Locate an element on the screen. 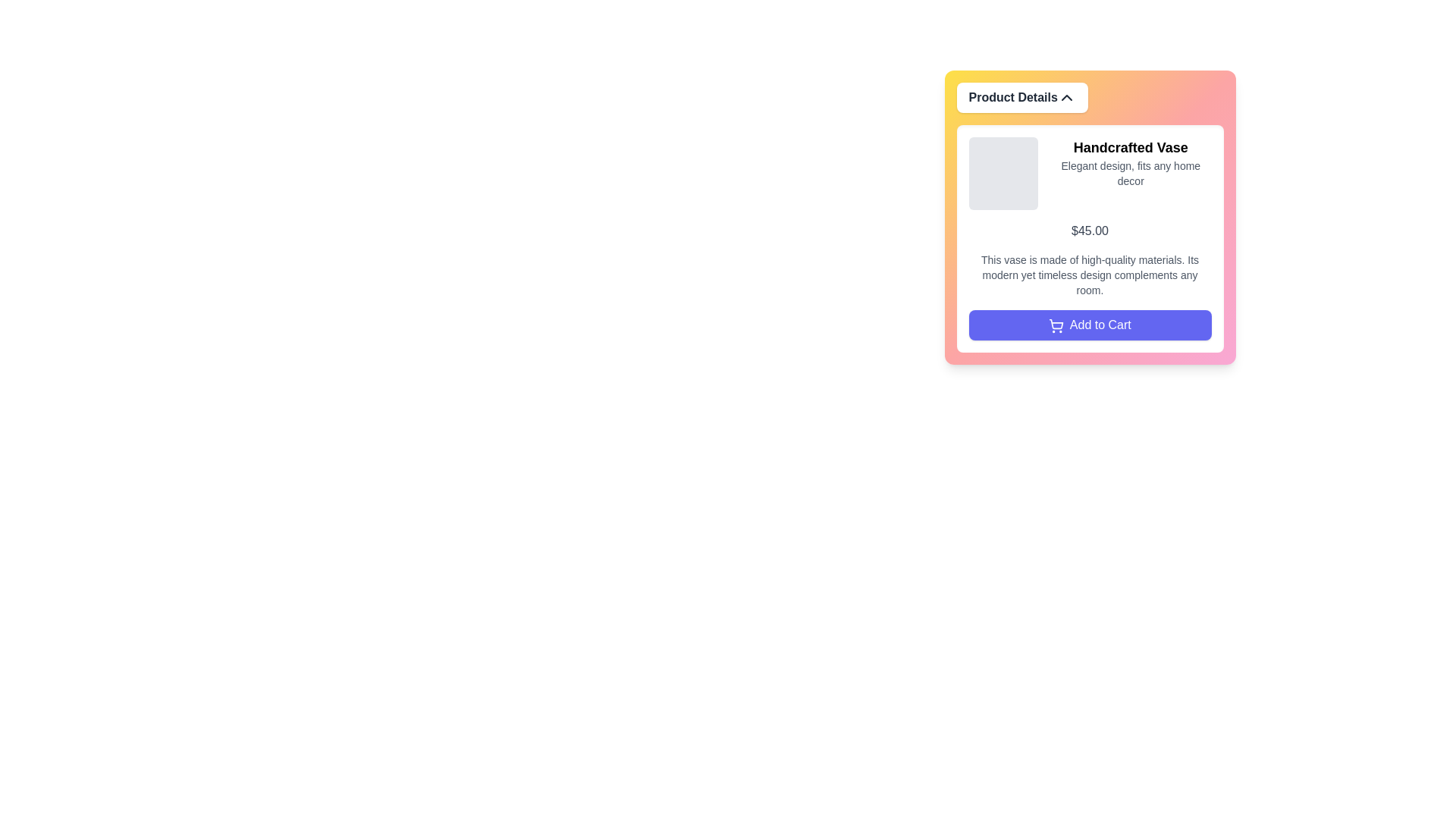  the collapsible button for the 'Product Details' section is located at coordinates (1022, 97).